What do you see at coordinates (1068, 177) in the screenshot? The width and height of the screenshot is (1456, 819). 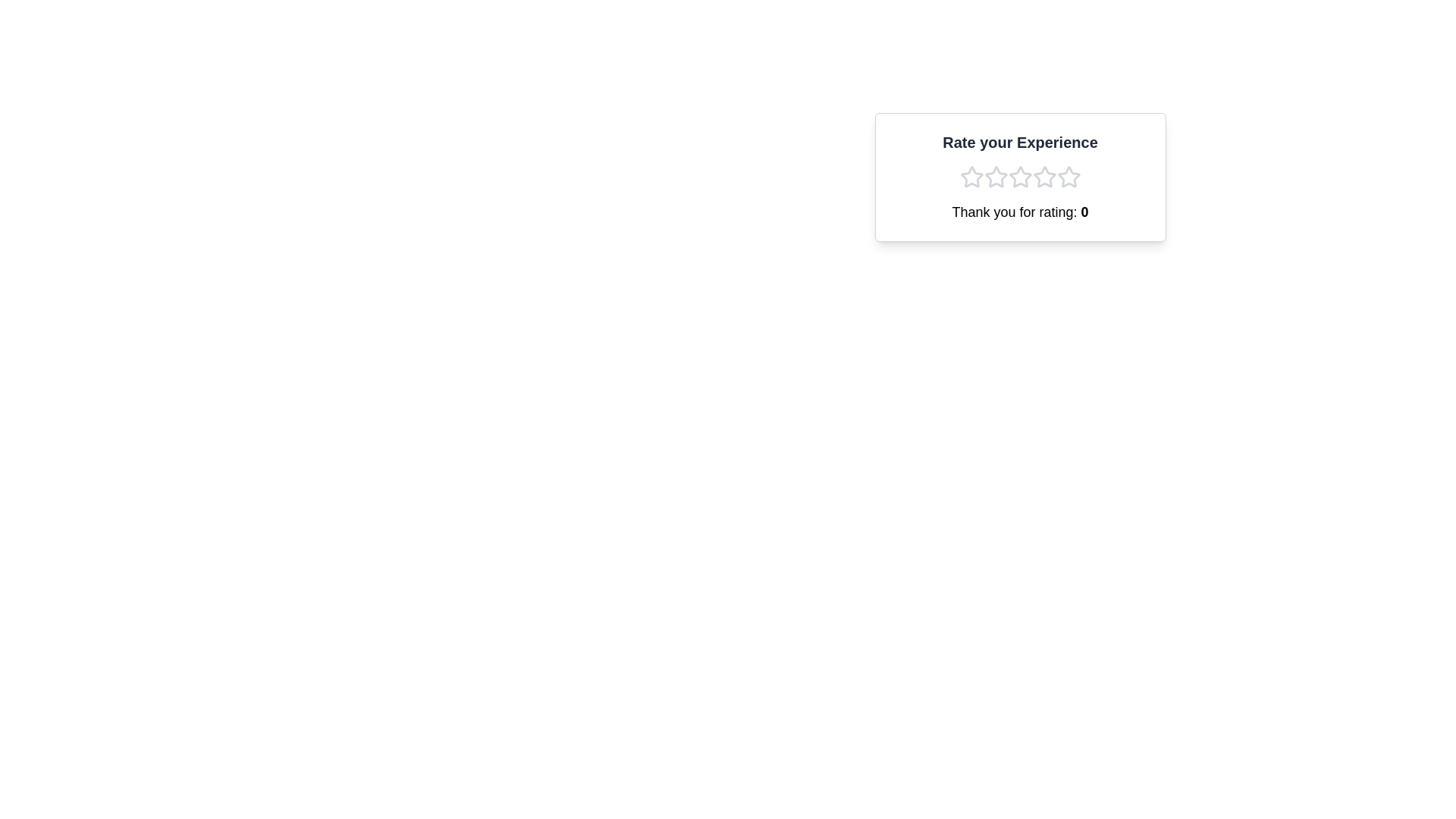 I see `the fifth star icon in the interactive rating system located under the 'Rate your Experience' text to rate it` at bounding box center [1068, 177].